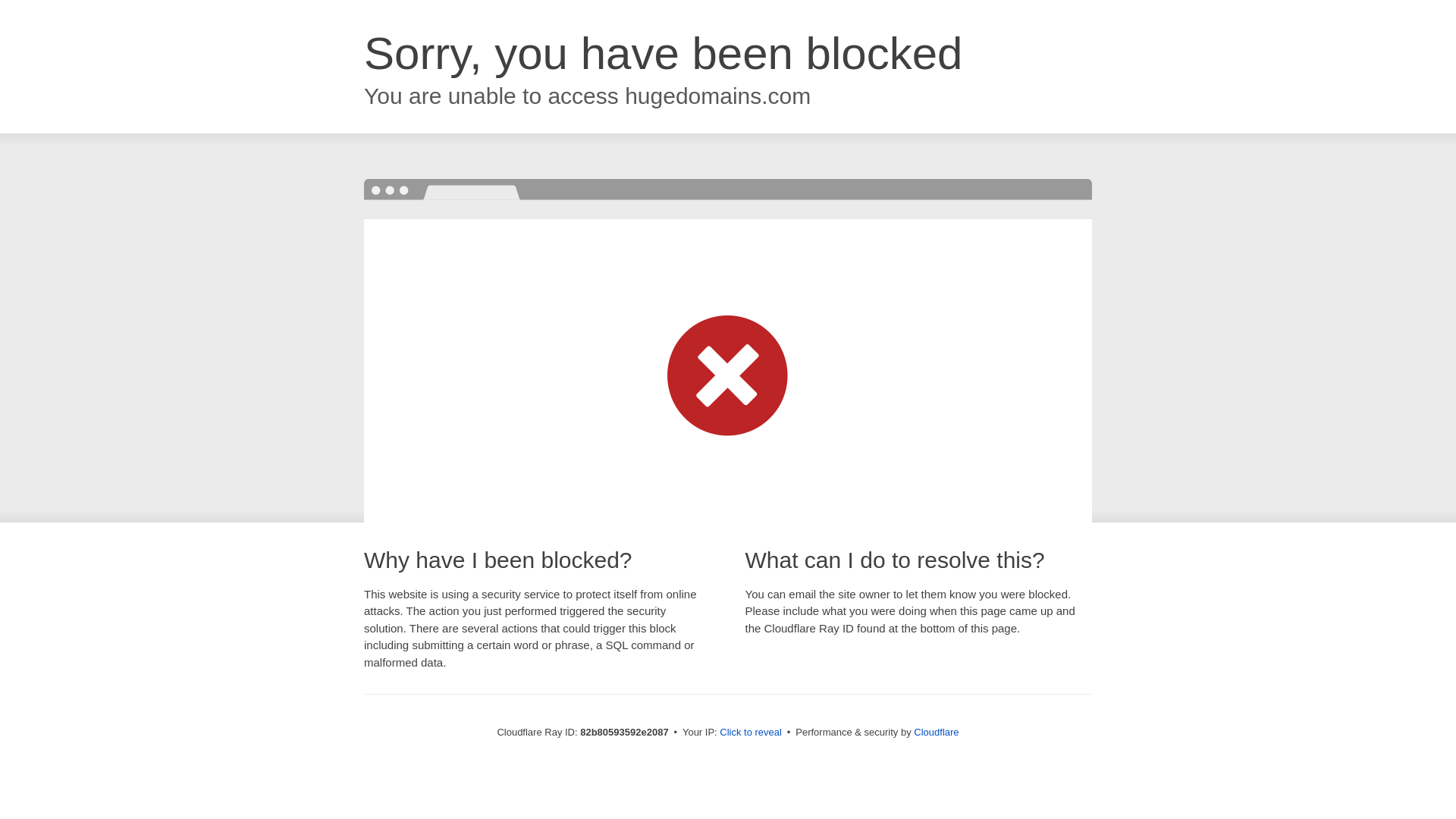  What do you see at coordinates (750, 731) in the screenshot?
I see `'Click to reveal'` at bounding box center [750, 731].